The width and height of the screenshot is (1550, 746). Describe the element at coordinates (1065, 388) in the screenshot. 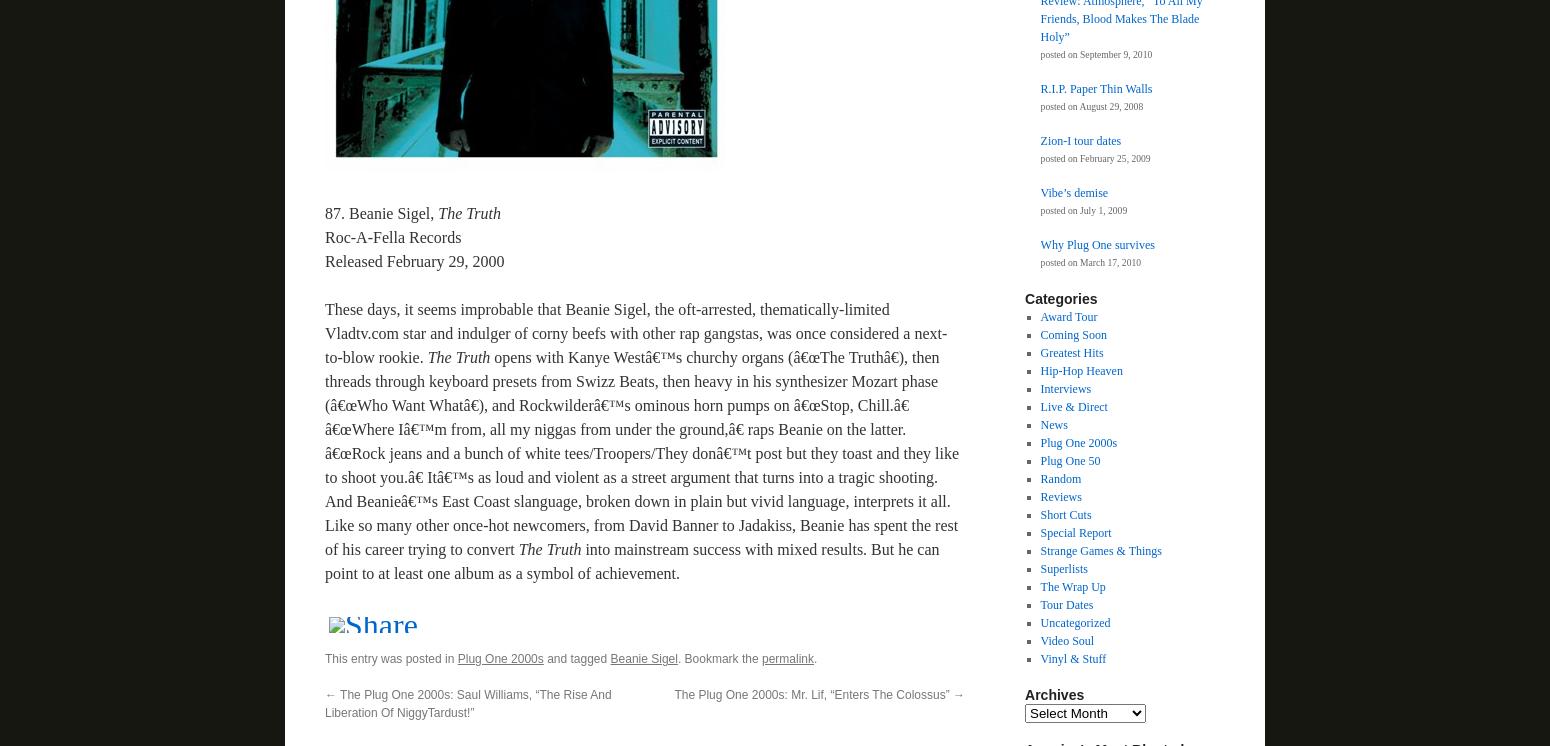

I see `'Interviews'` at that location.